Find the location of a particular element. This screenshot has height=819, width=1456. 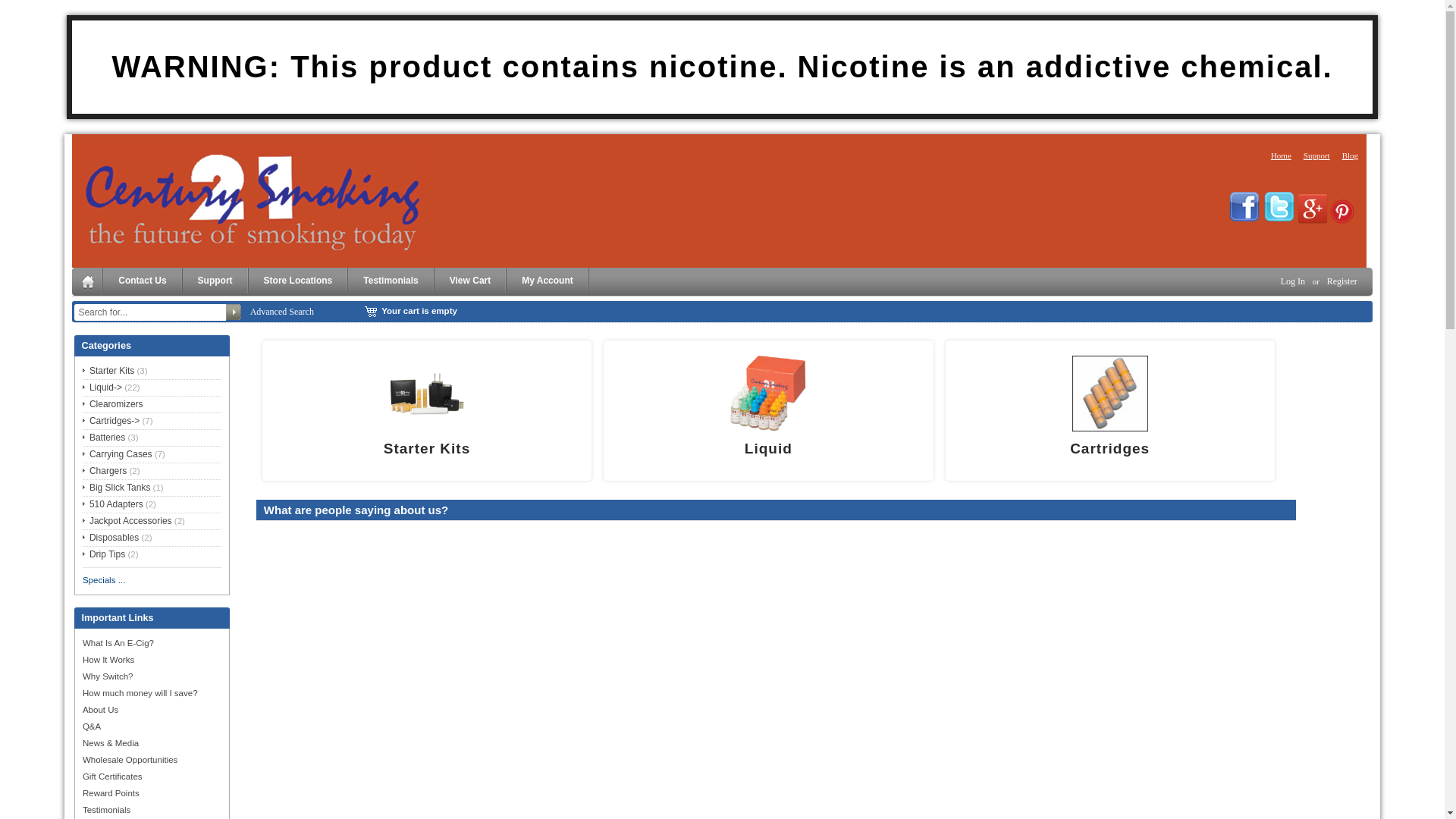

'Why Switch?' is located at coordinates (107, 675).